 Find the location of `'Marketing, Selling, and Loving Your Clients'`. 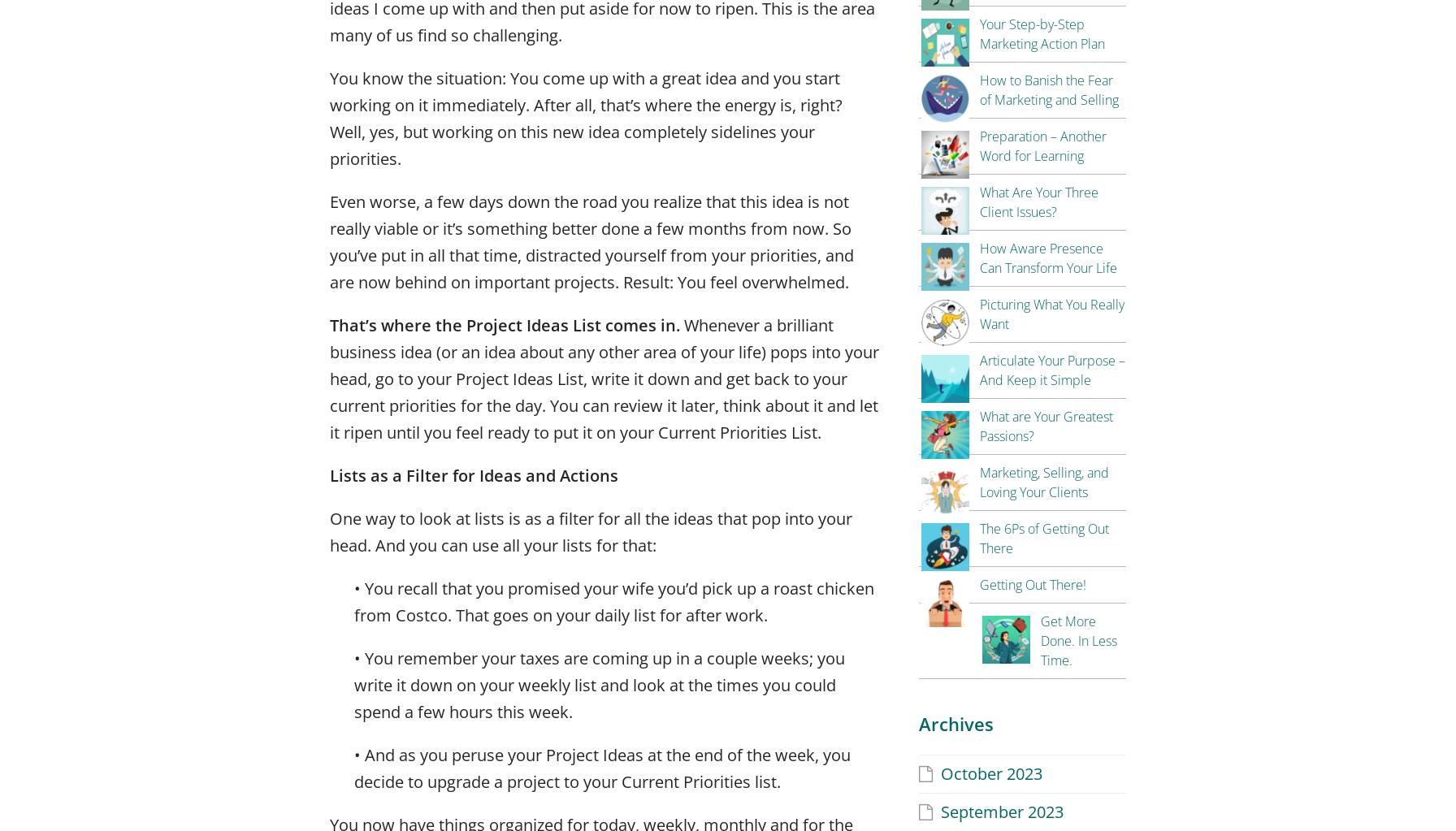

'Marketing, Selling, and Loving Your Clients' is located at coordinates (1044, 481).